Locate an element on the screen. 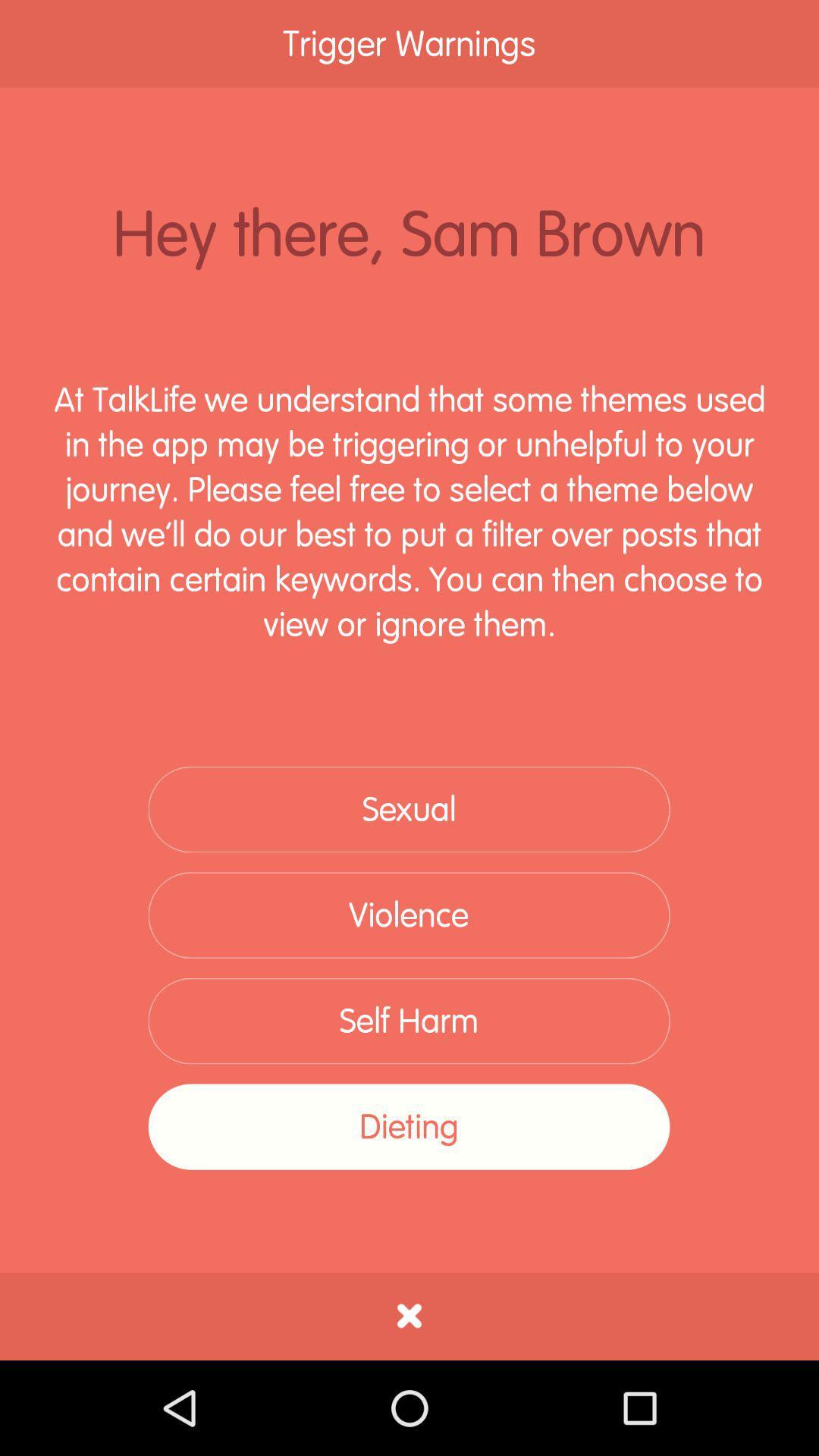 The width and height of the screenshot is (819, 1456). self harm item is located at coordinates (408, 1021).